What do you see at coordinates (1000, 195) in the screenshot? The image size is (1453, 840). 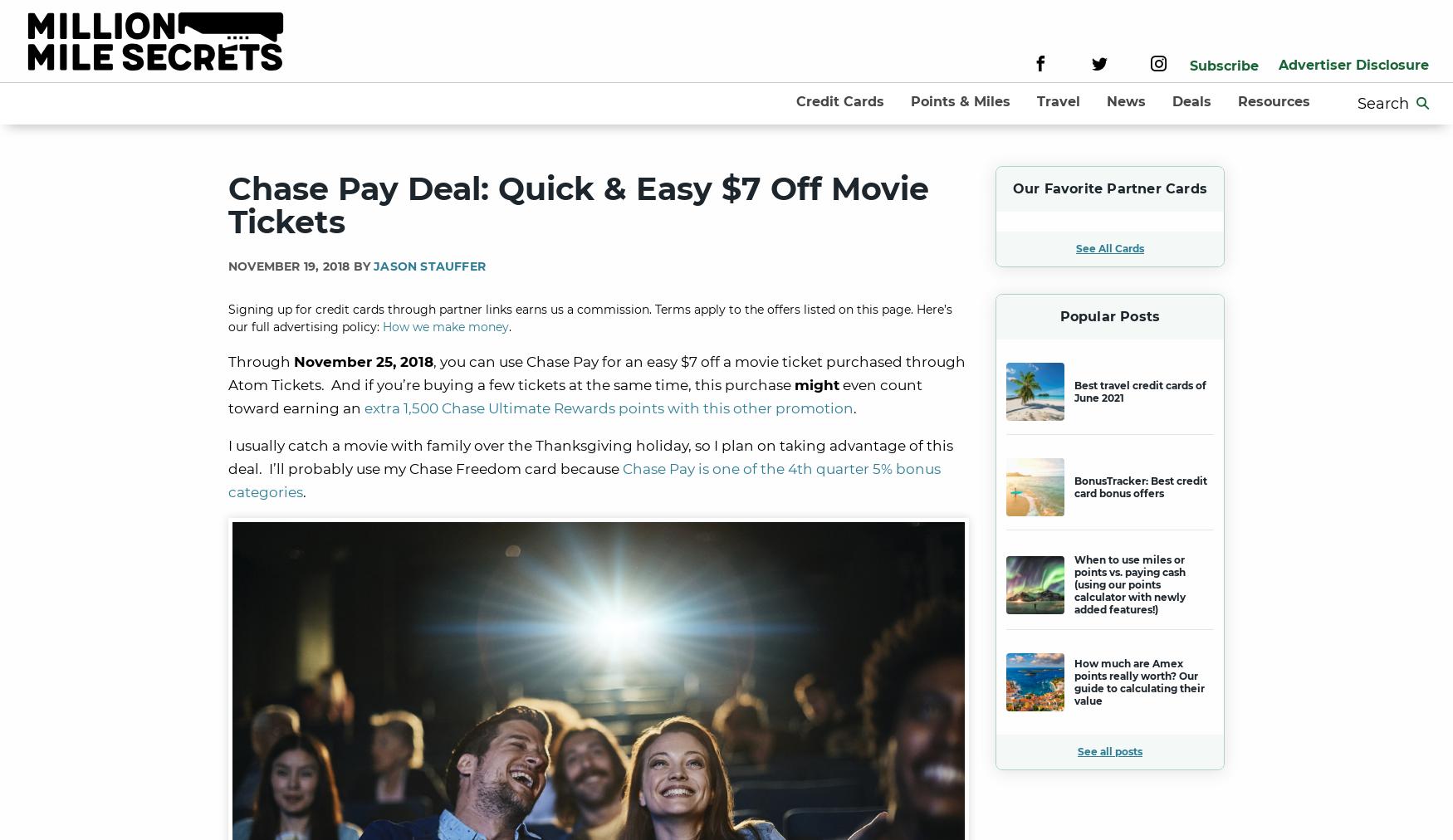 I see `'Hotels'` at bounding box center [1000, 195].